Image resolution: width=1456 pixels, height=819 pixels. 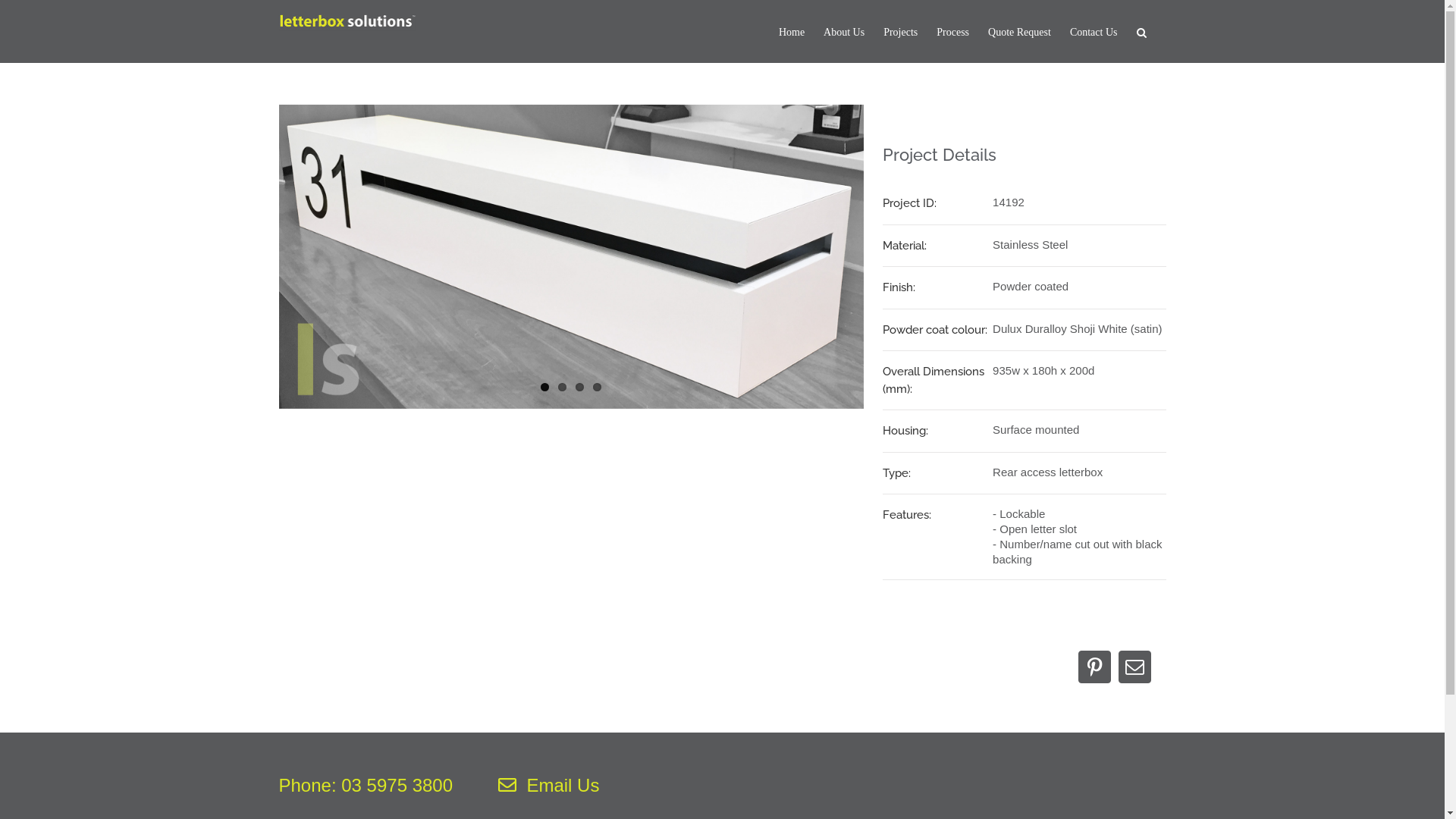 I want to click on '  Email Us', so click(x=548, y=785).